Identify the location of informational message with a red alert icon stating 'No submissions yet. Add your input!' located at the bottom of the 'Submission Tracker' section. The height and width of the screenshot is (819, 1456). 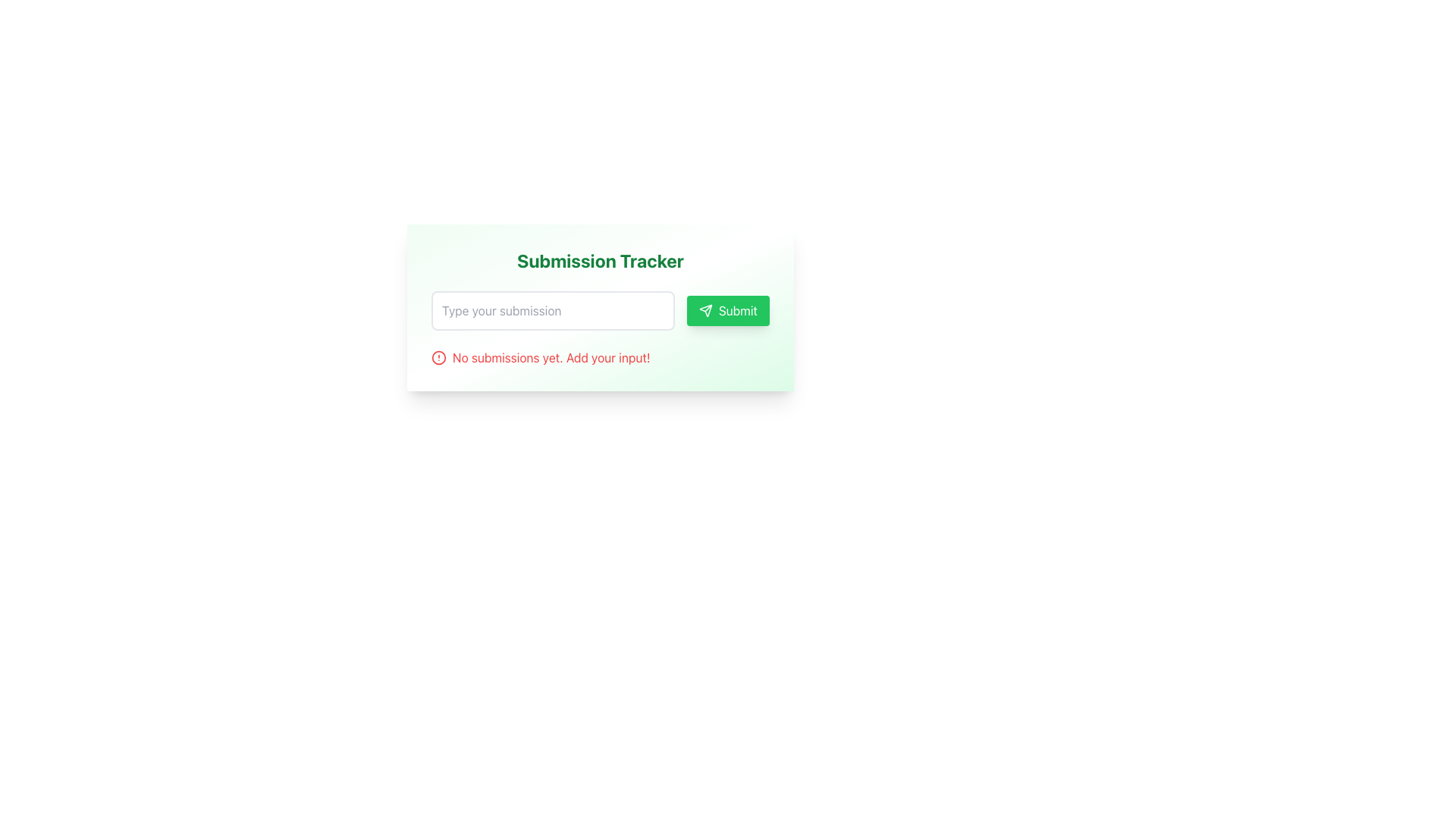
(600, 357).